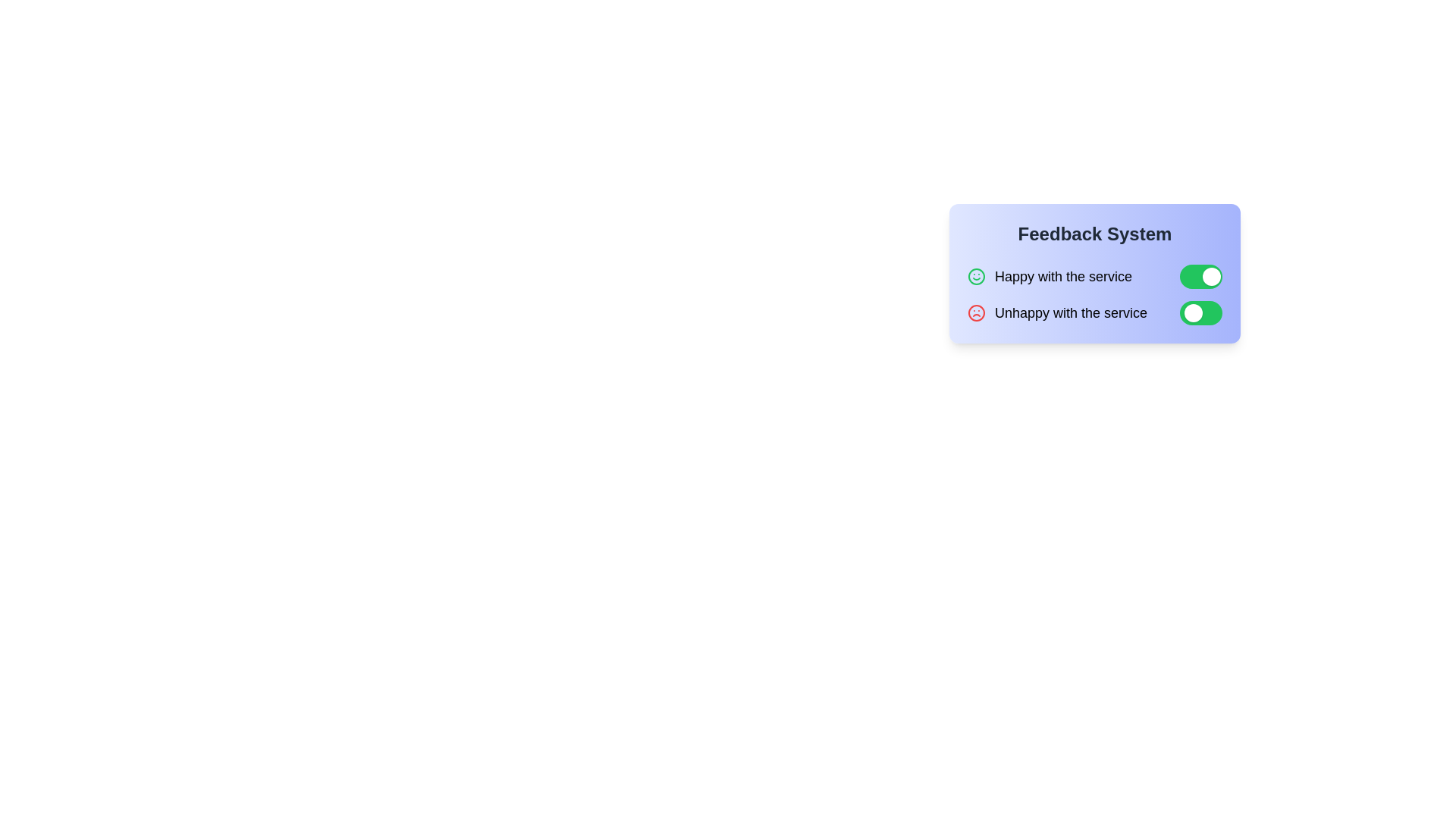 The height and width of the screenshot is (819, 1456). I want to click on text of the feedback option labeled 'Happy with the service', which is the first option in the feedback panel, accompanied by a green smiling face icon, so click(1049, 277).